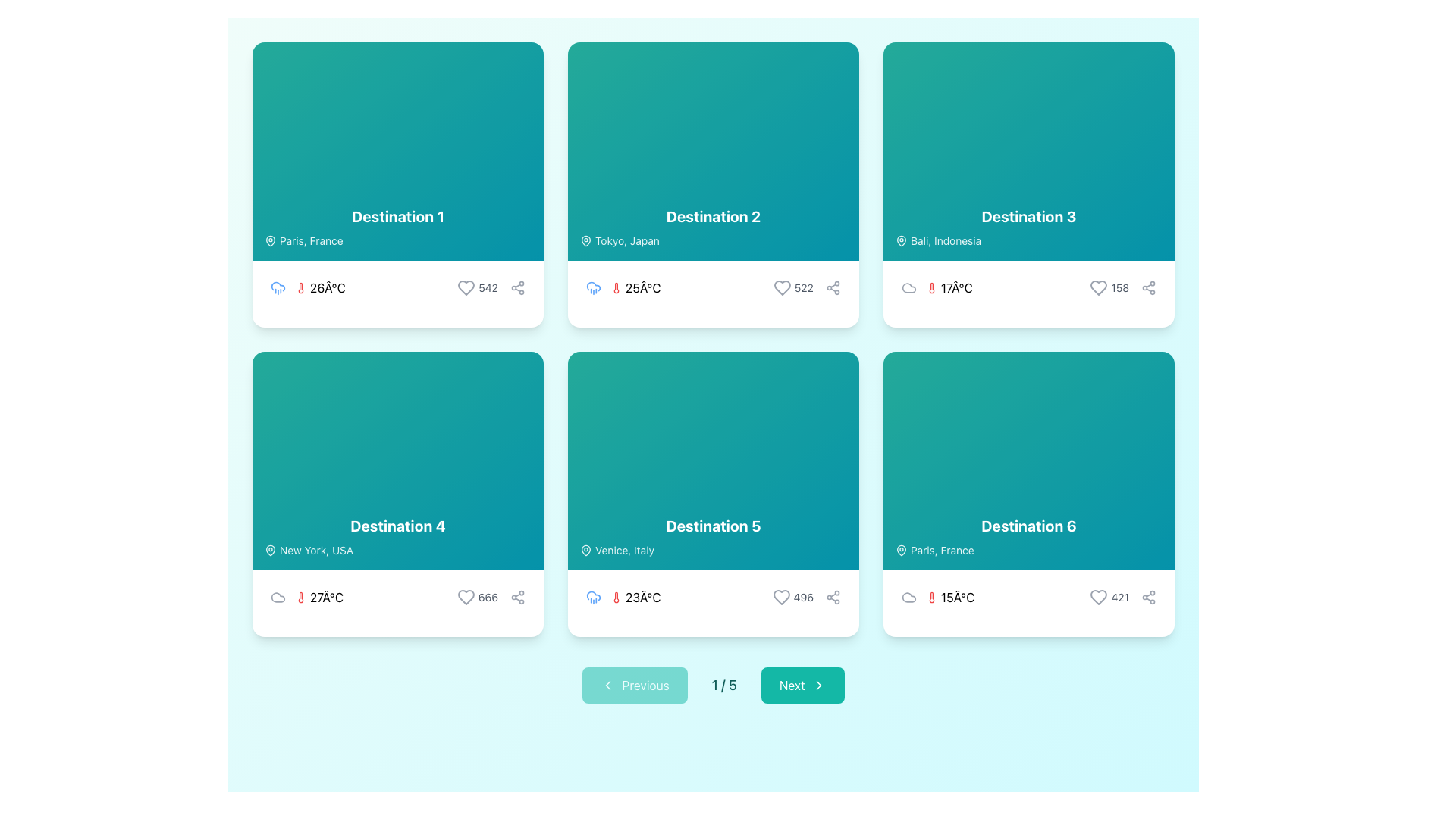 This screenshot has height=819, width=1456. Describe the element at coordinates (301, 596) in the screenshot. I see `the temperature icon located in 'Destination 4', which is adjacent to the temperature text '27°C' and the weather icon` at that location.